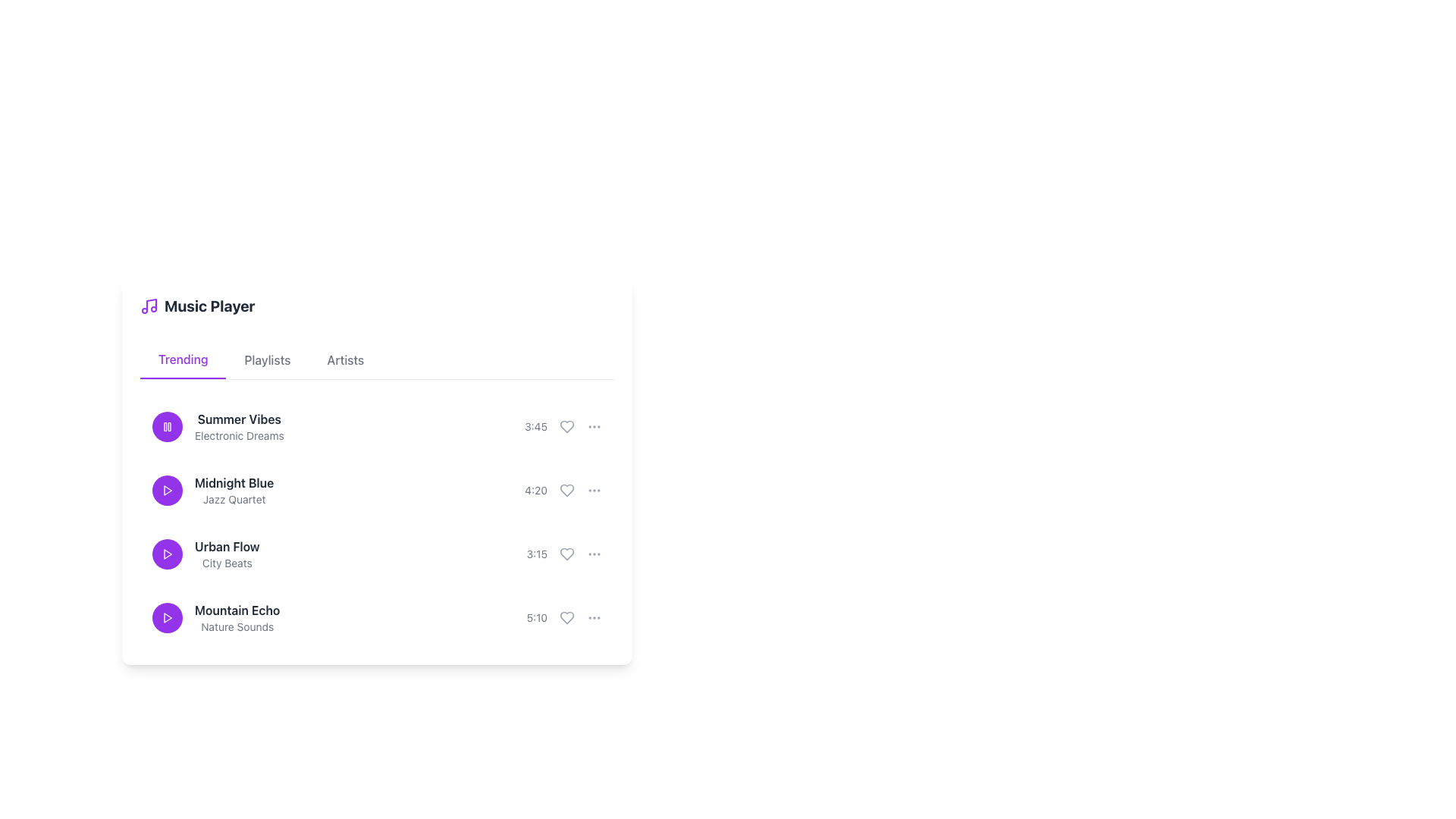 This screenshot has height=819, width=1456. What do you see at coordinates (593, 491) in the screenshot?
I see `the Ellipsis menu icon (three-dot menu) located at the end of the row for the song 'Midnight Blue'` at bounding box center [593, 491].